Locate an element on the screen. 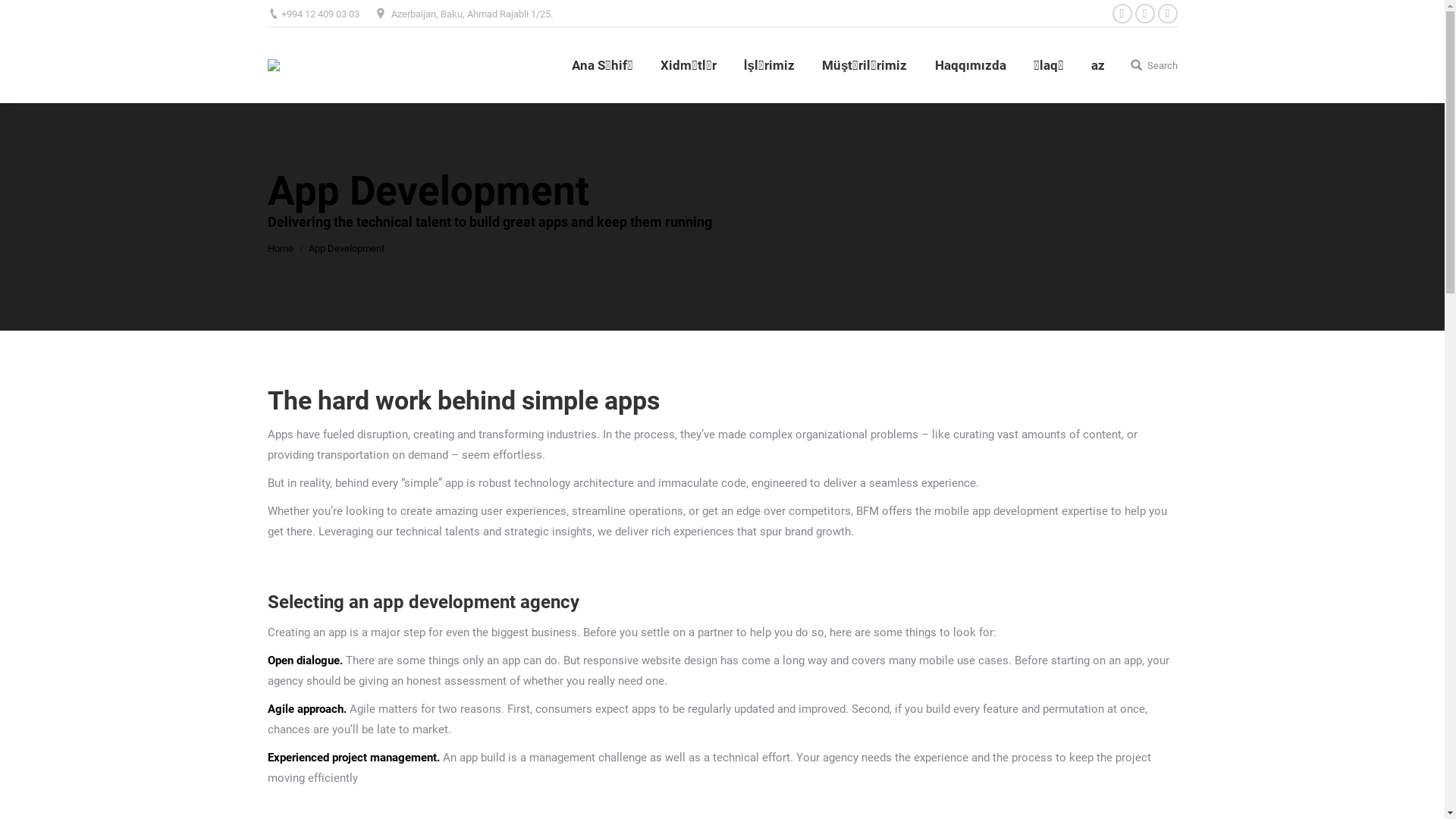 The image size is (1456, 819). 'Facebook' is located at coordinates (1121, 14).